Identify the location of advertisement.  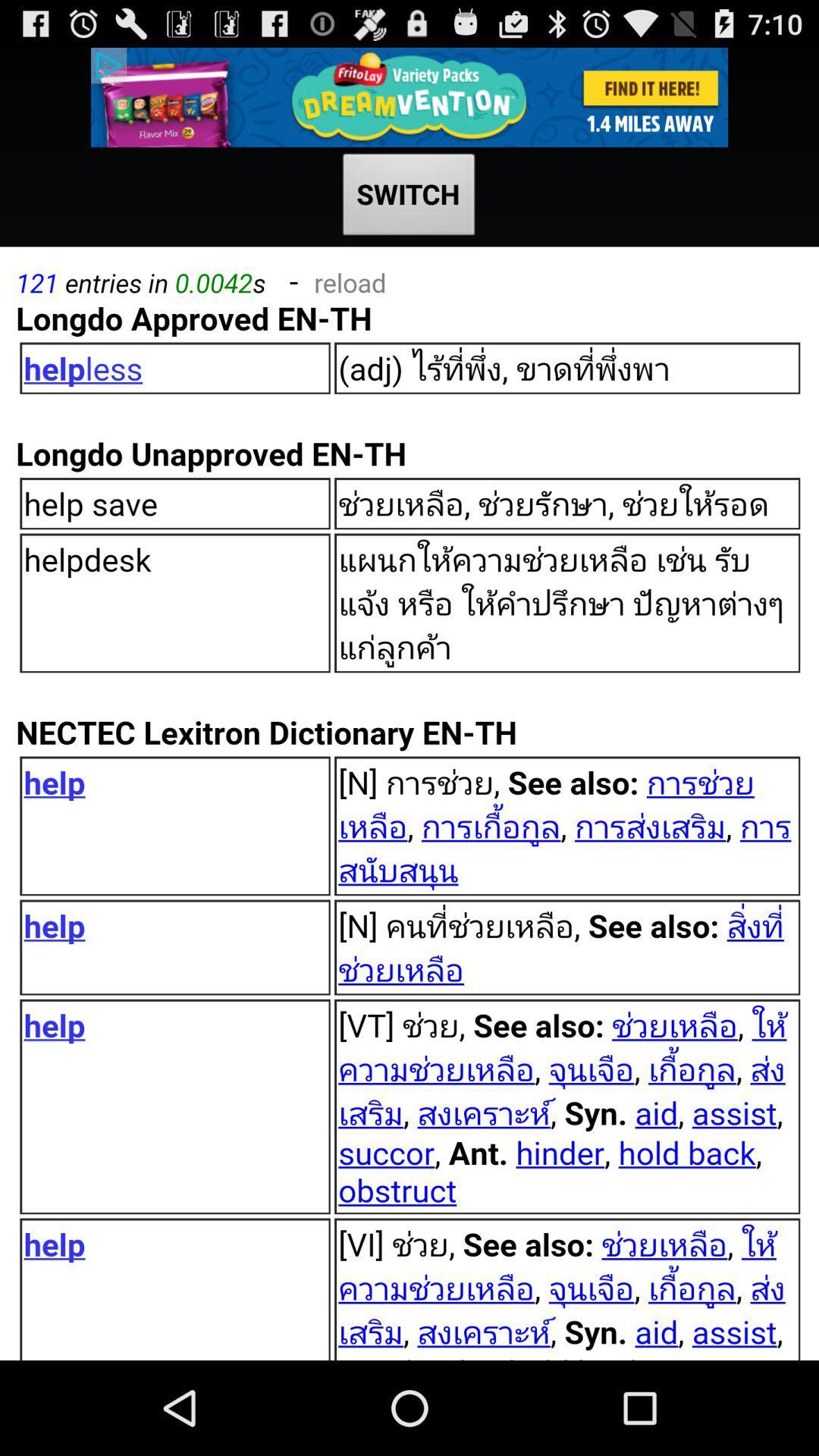
(409, 96).